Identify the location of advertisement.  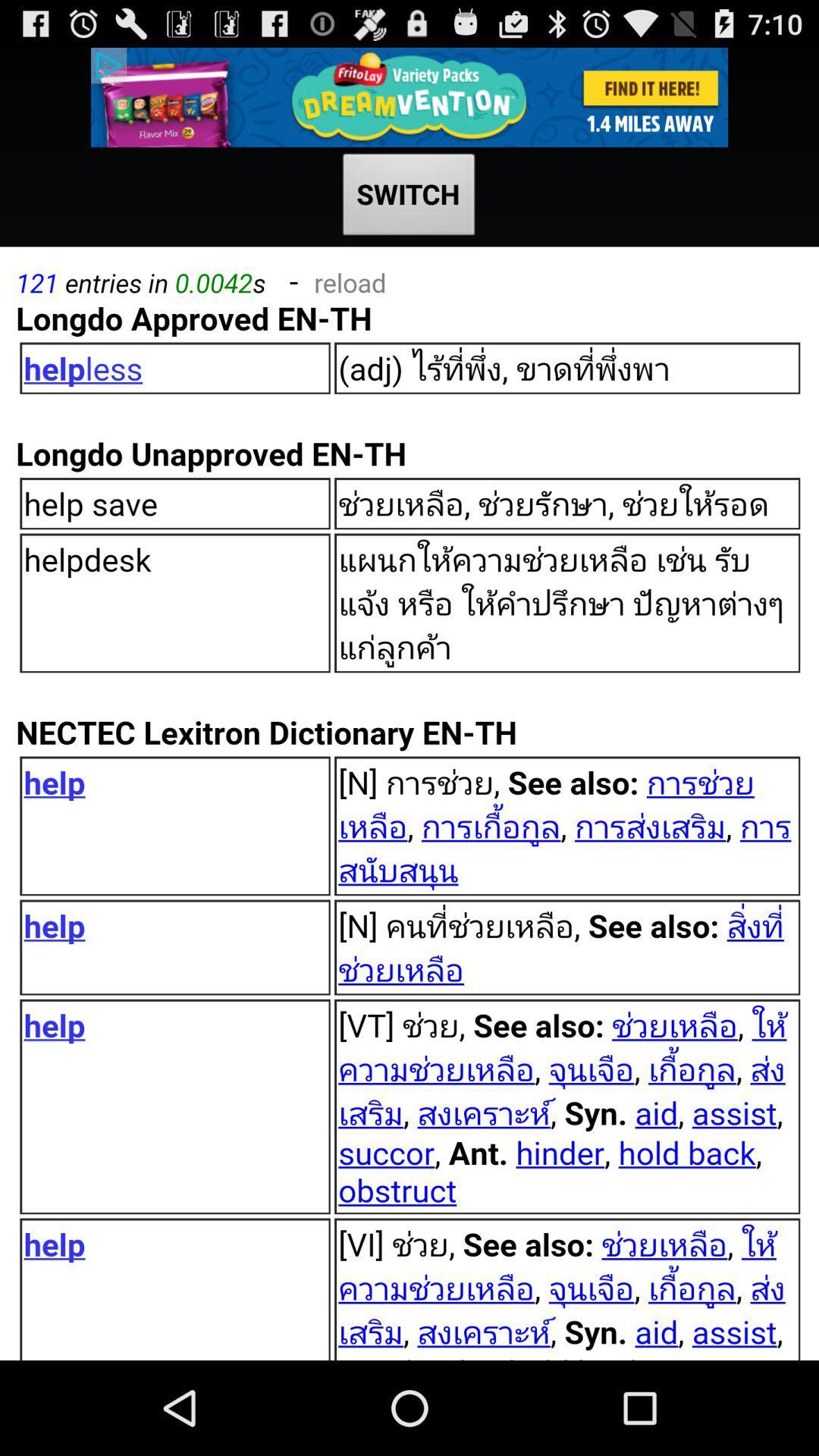
(409, 96).